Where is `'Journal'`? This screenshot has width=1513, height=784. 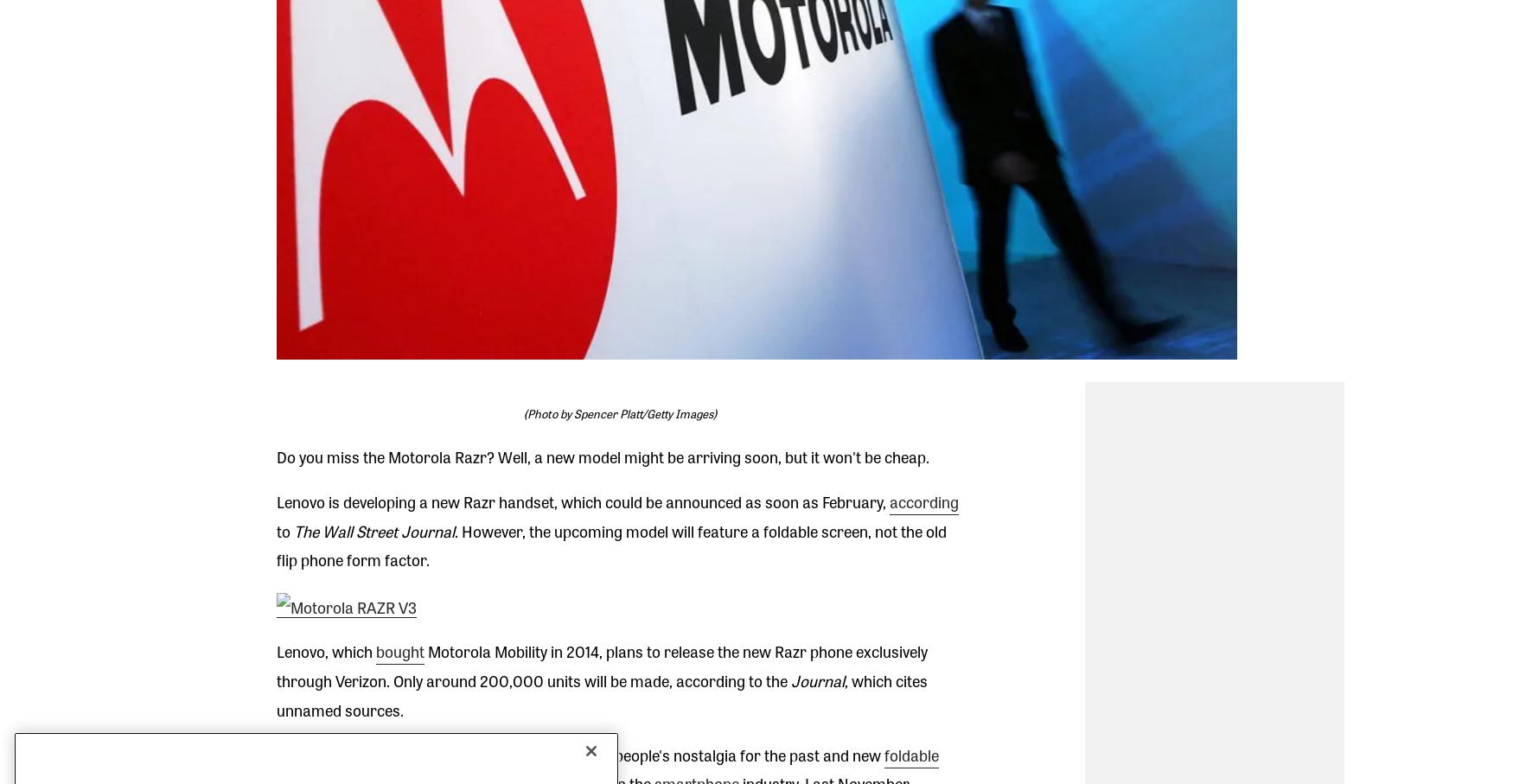 'Journal' is located at coordinates (786, 680).